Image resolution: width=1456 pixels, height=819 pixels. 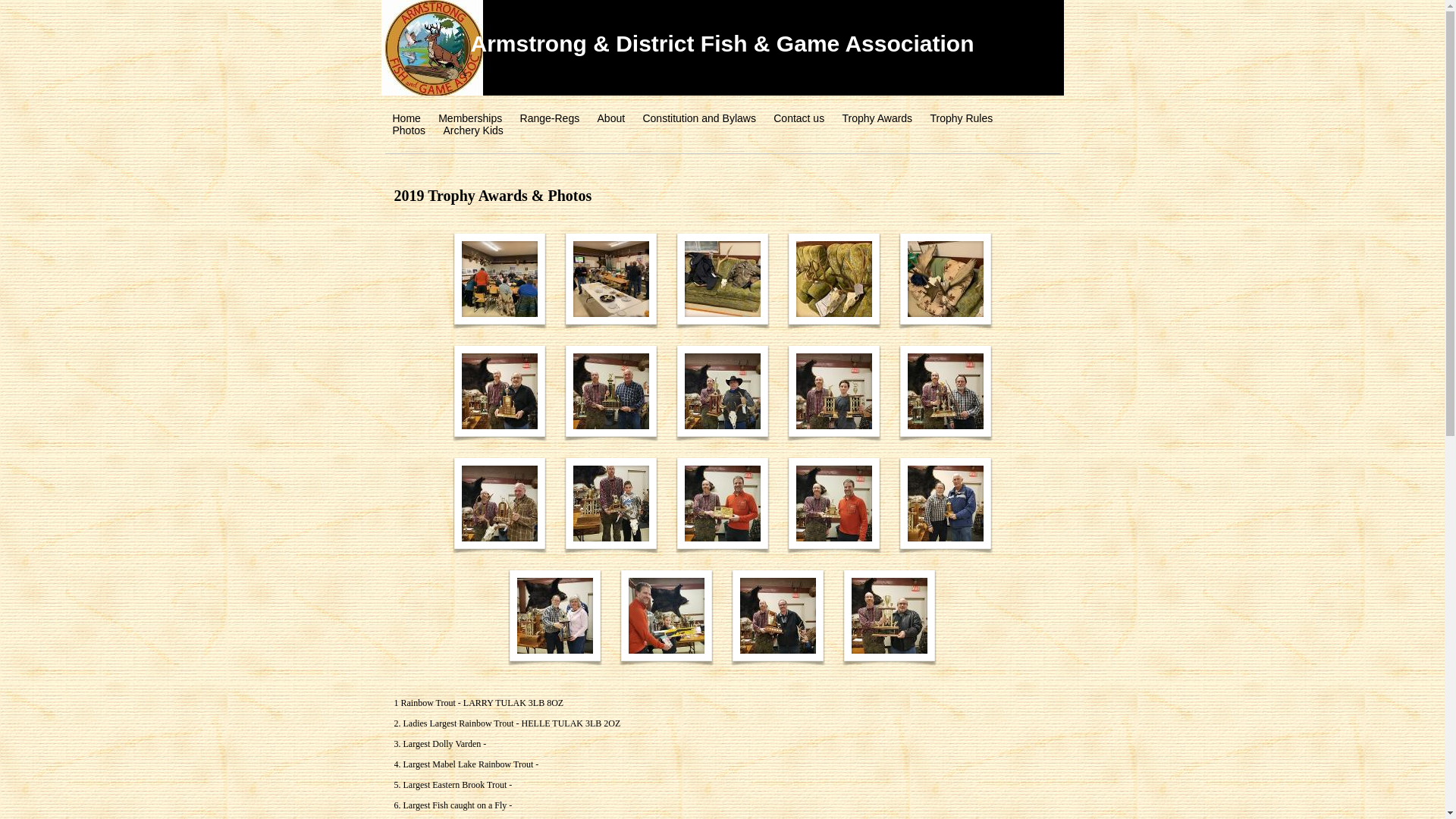 What do you see at coordinates (472, 130) in the screenshot?
I see `'Archery Kids'` at bounding box center [472, 130].